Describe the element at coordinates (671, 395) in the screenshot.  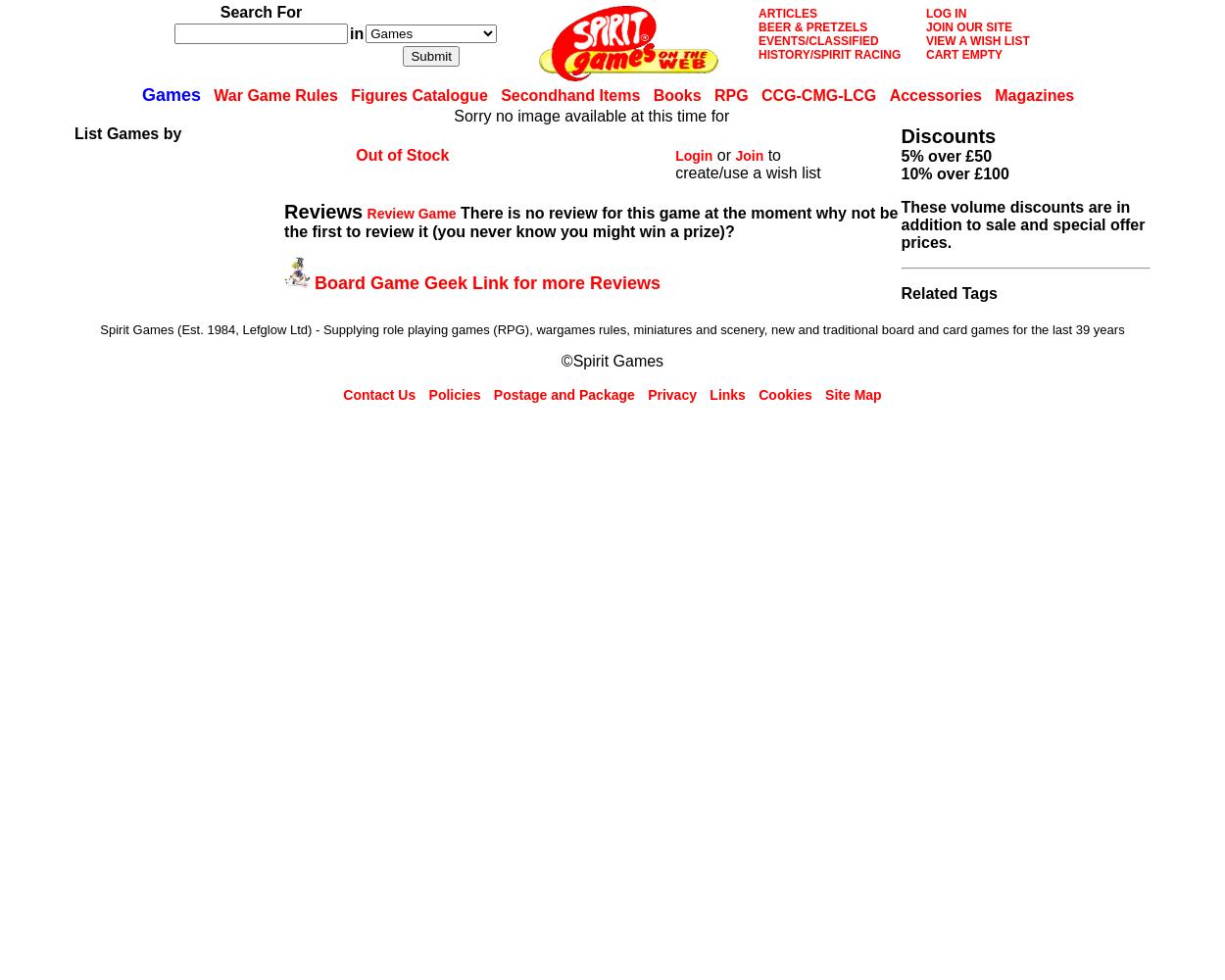
I see `'Privacy'` at that location.